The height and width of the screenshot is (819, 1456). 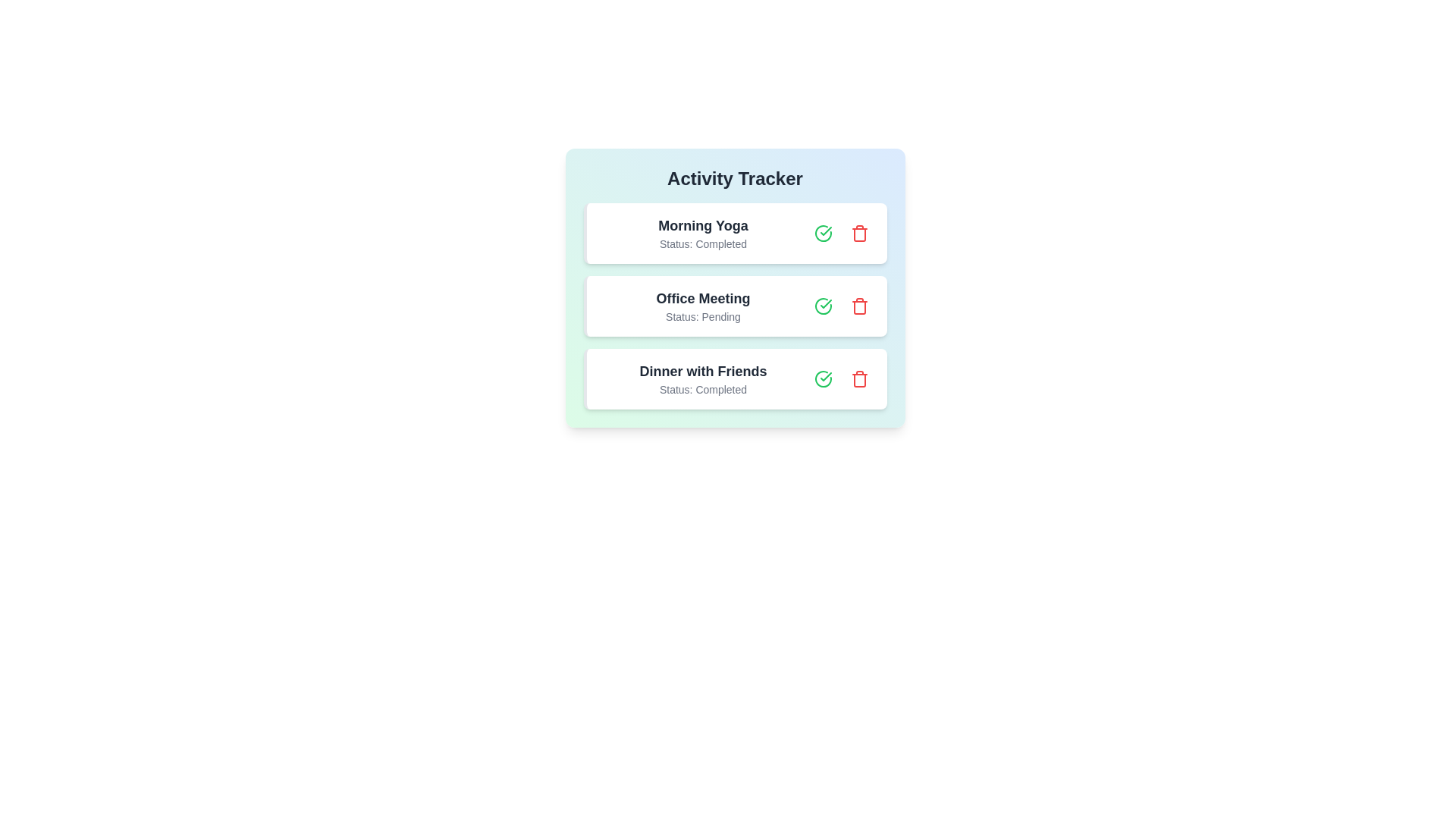 I want to click on trash can button to remove the activity Morning Yoga, so click(x=859, y=234).